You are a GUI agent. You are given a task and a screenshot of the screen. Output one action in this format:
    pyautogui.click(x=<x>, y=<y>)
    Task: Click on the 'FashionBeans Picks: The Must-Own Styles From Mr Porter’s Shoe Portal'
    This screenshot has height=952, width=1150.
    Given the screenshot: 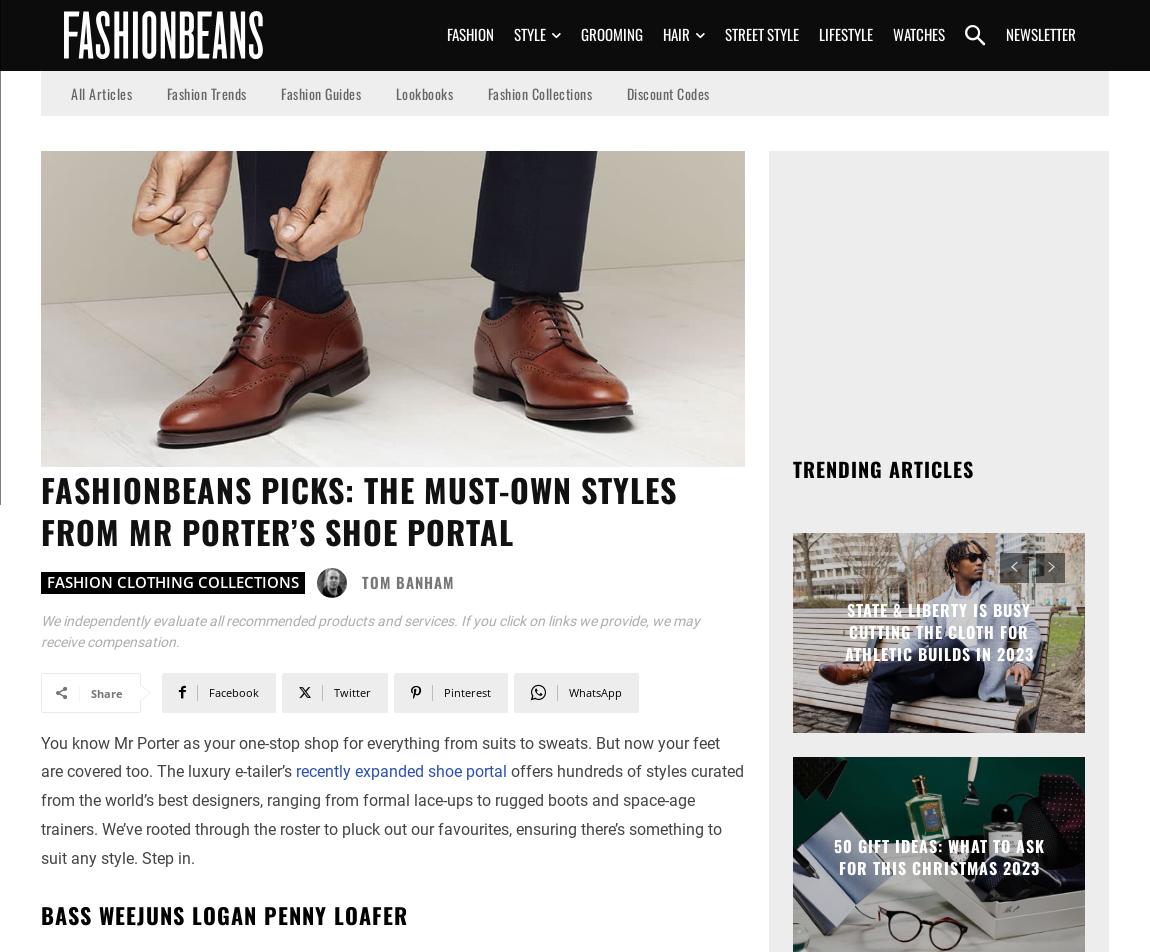 What is the action you would take?
    pyautogui.click(x=40, y=509)
    